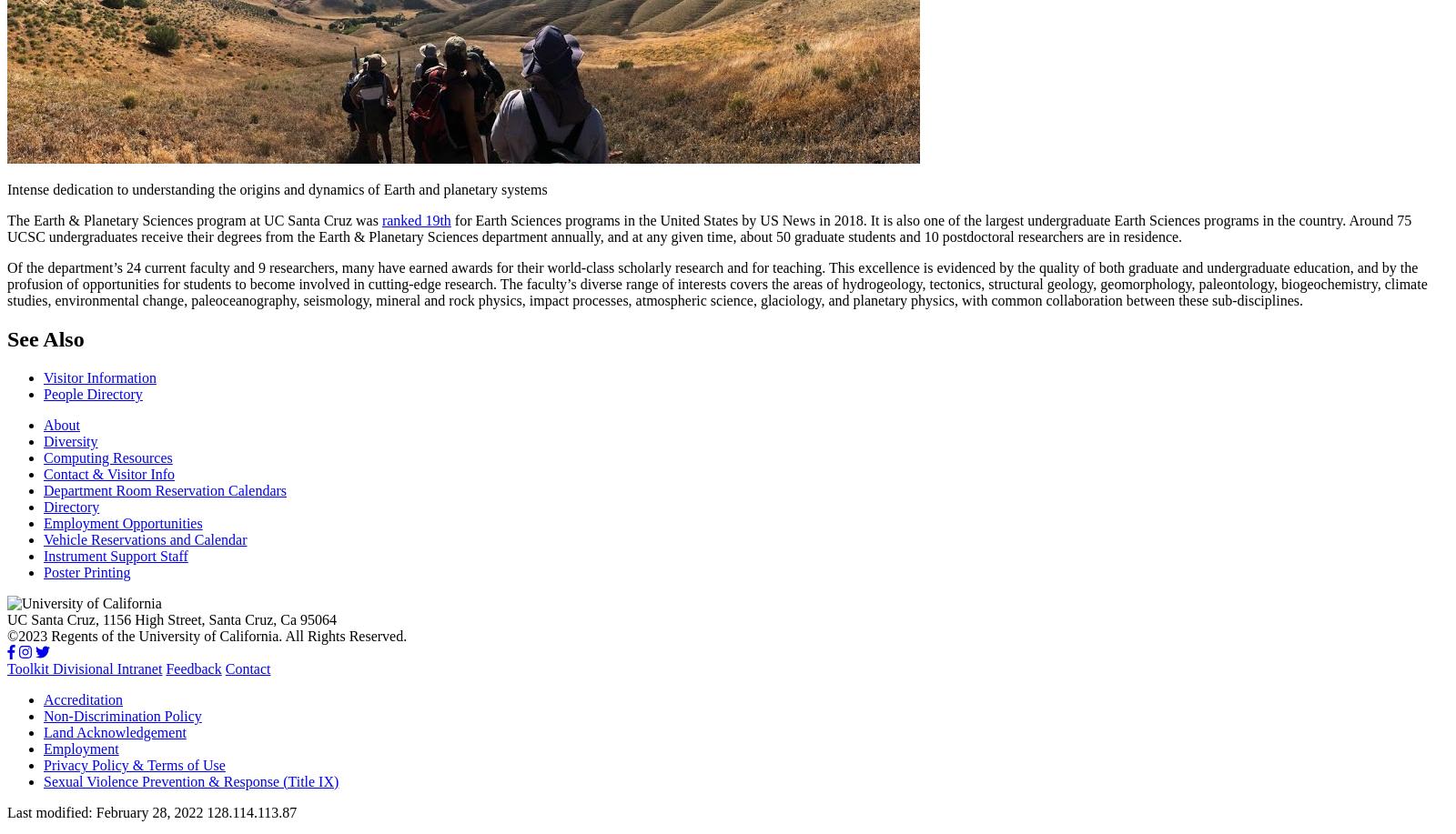 The width and height of the screenshot is (1456, 834). I want to click on 'Diversity', so click(69, 439).